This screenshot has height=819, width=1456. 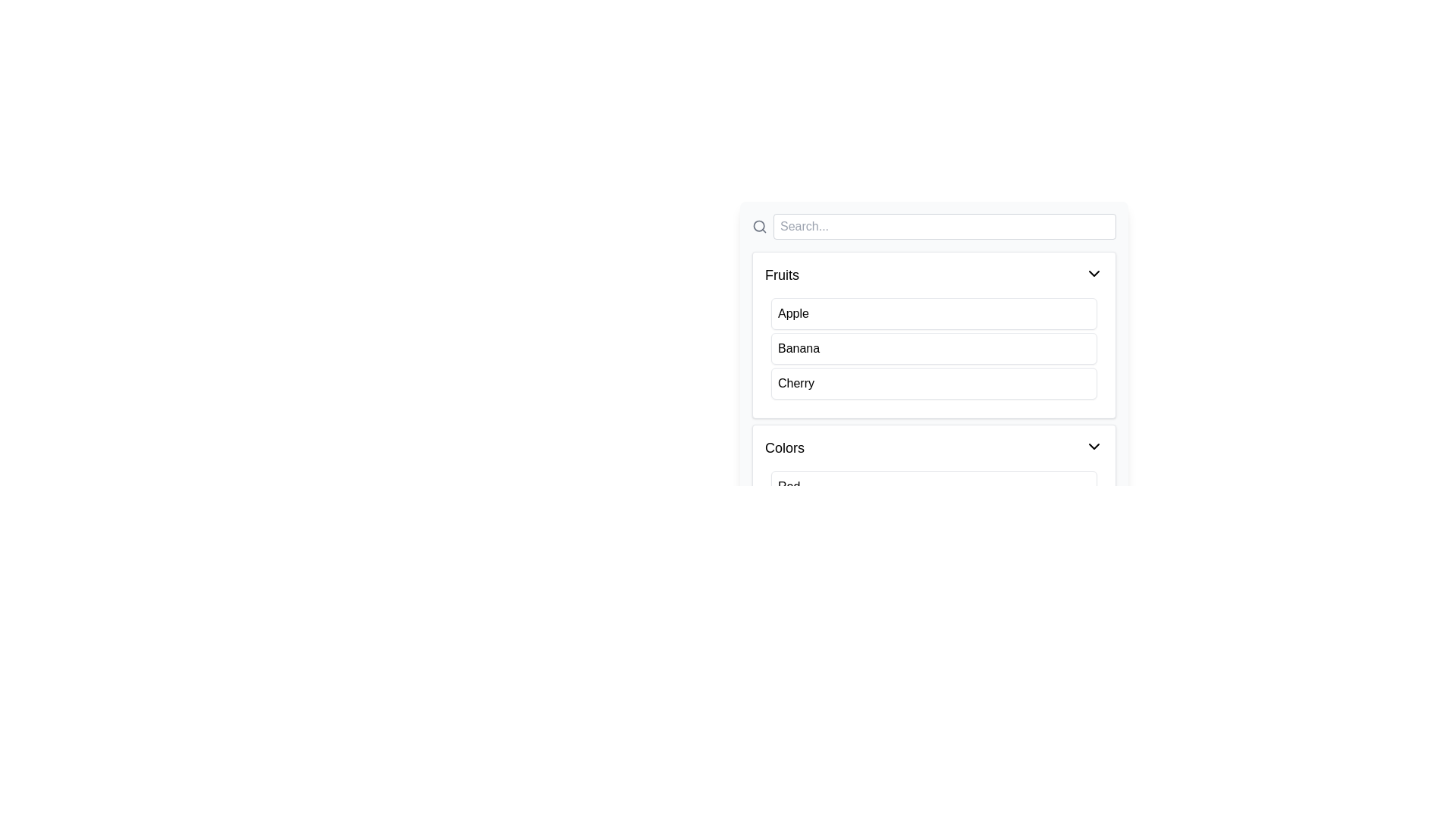 I want to click on the first selectable item in the 'Fruits' category, which represents 'Apple', so click(x=934, y=312).